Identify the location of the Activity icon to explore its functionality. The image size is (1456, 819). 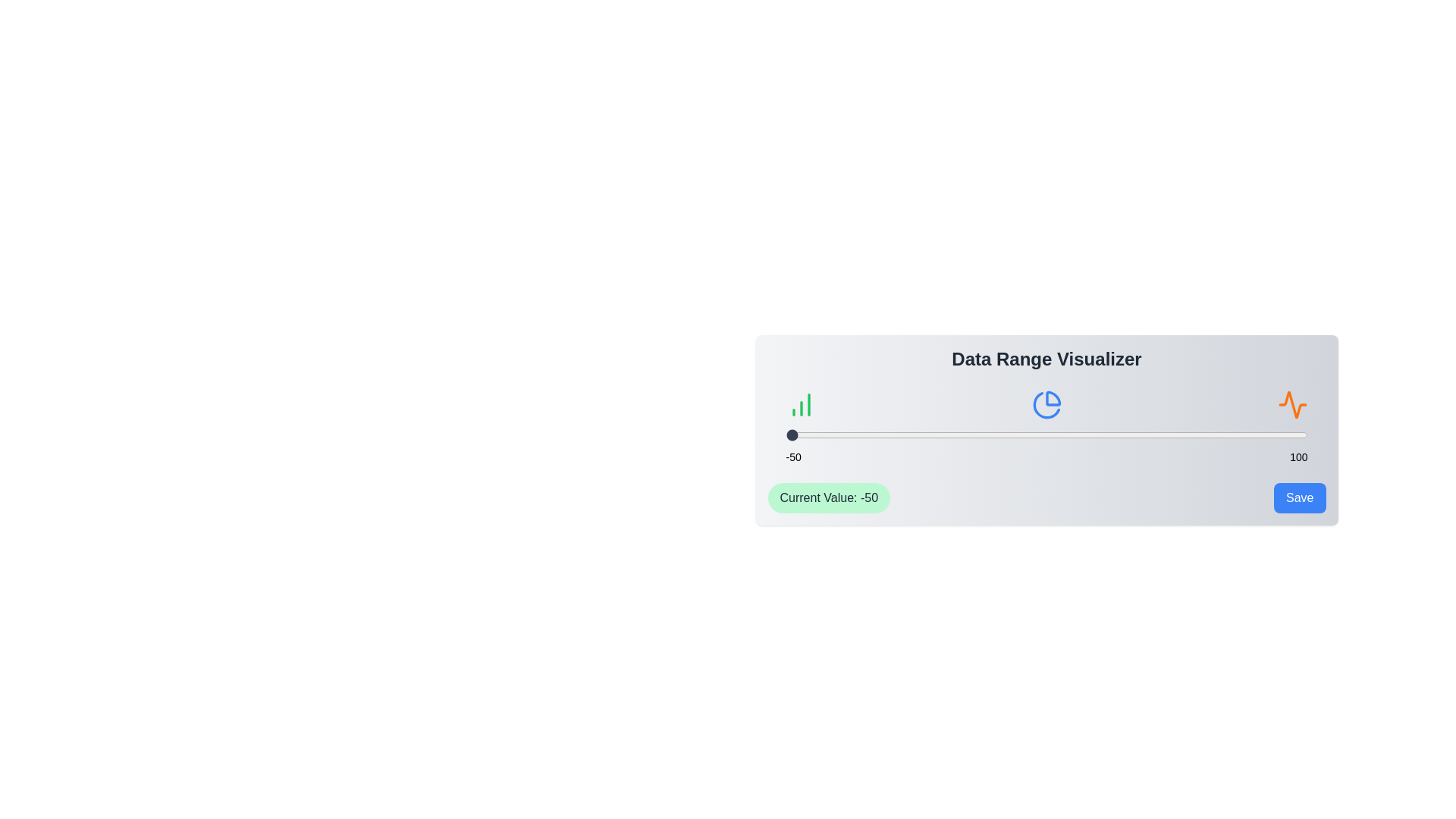
(1291, 403).